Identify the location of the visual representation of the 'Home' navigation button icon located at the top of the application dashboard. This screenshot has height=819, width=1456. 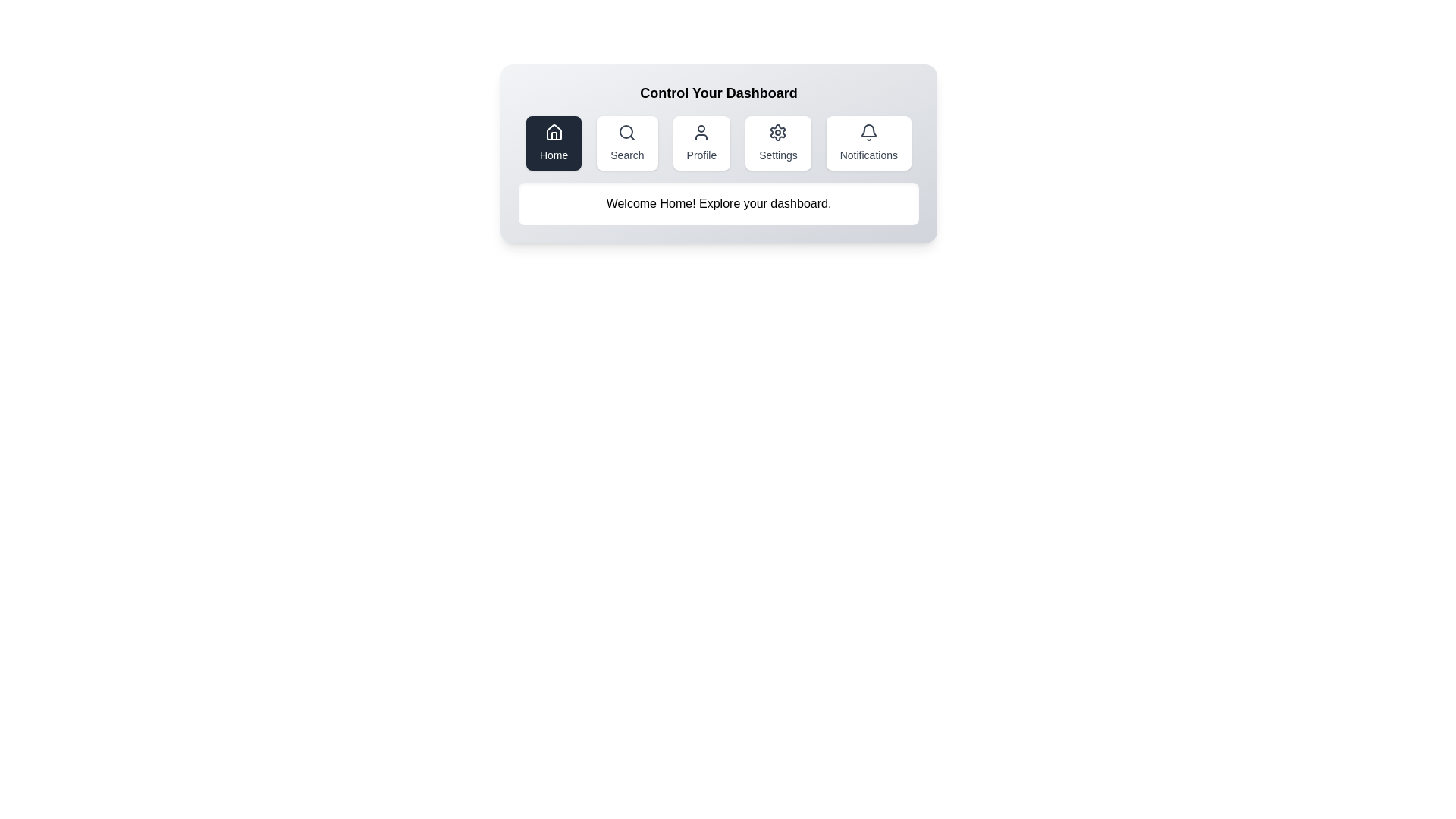
(553, 131).